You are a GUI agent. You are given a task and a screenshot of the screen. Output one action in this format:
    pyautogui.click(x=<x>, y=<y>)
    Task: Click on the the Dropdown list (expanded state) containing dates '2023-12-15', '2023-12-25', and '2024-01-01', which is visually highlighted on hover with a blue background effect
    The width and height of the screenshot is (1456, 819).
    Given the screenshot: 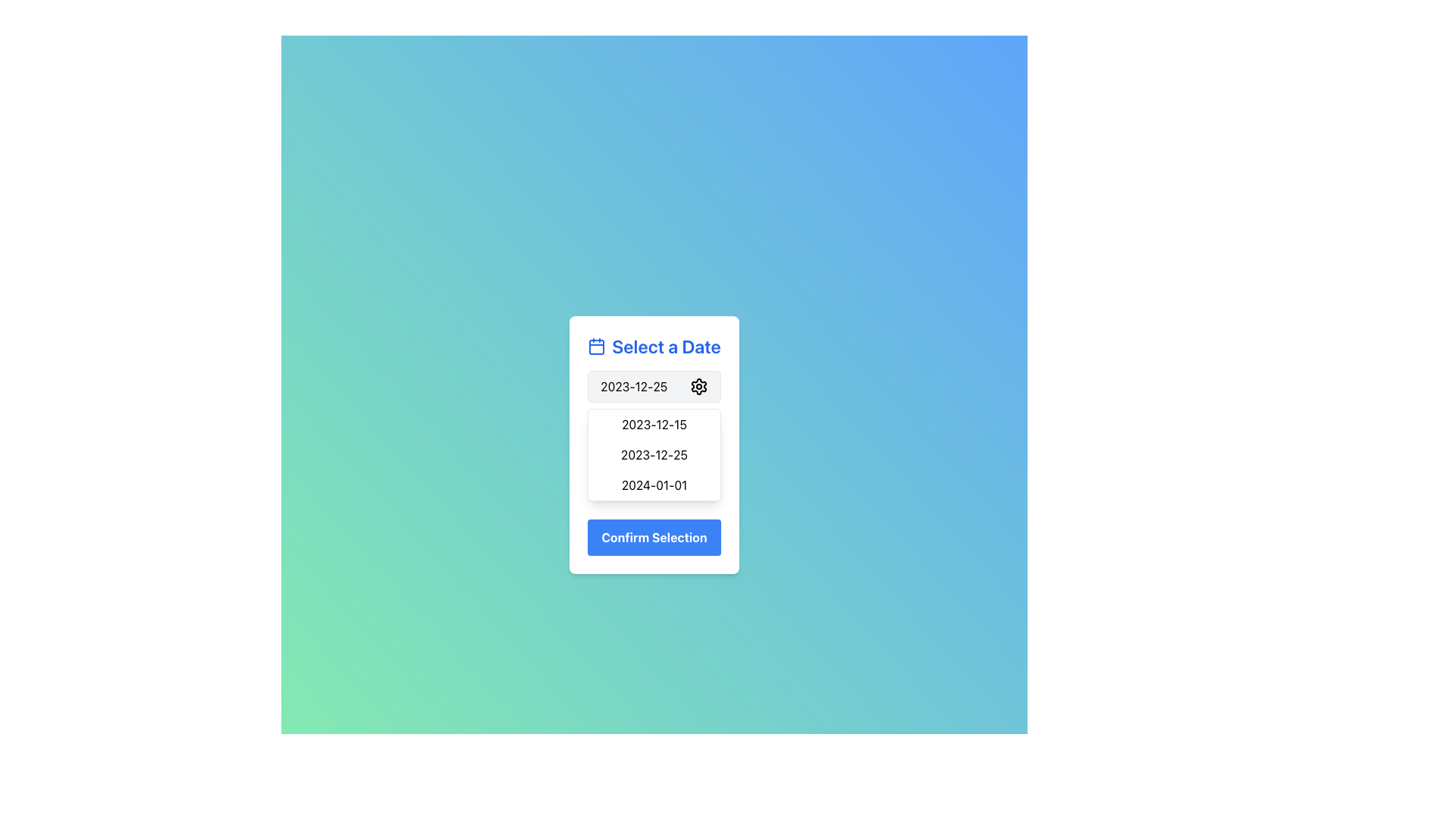 What is the action you would take?
    pyautogui.click(x=654, y=454)
    